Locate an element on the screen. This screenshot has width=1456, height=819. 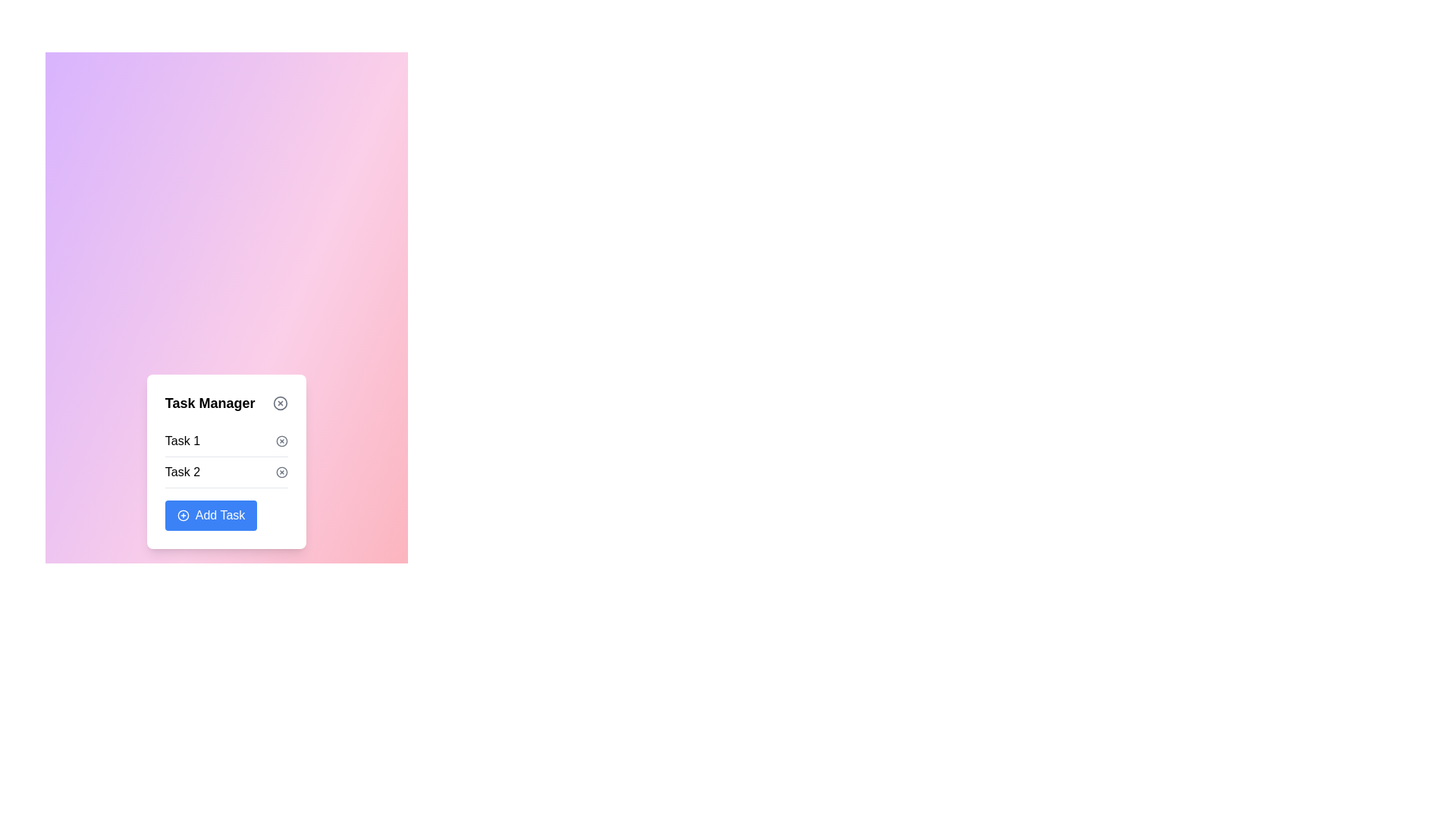
the close button to close the dialog is located at coordinates (281, 403).